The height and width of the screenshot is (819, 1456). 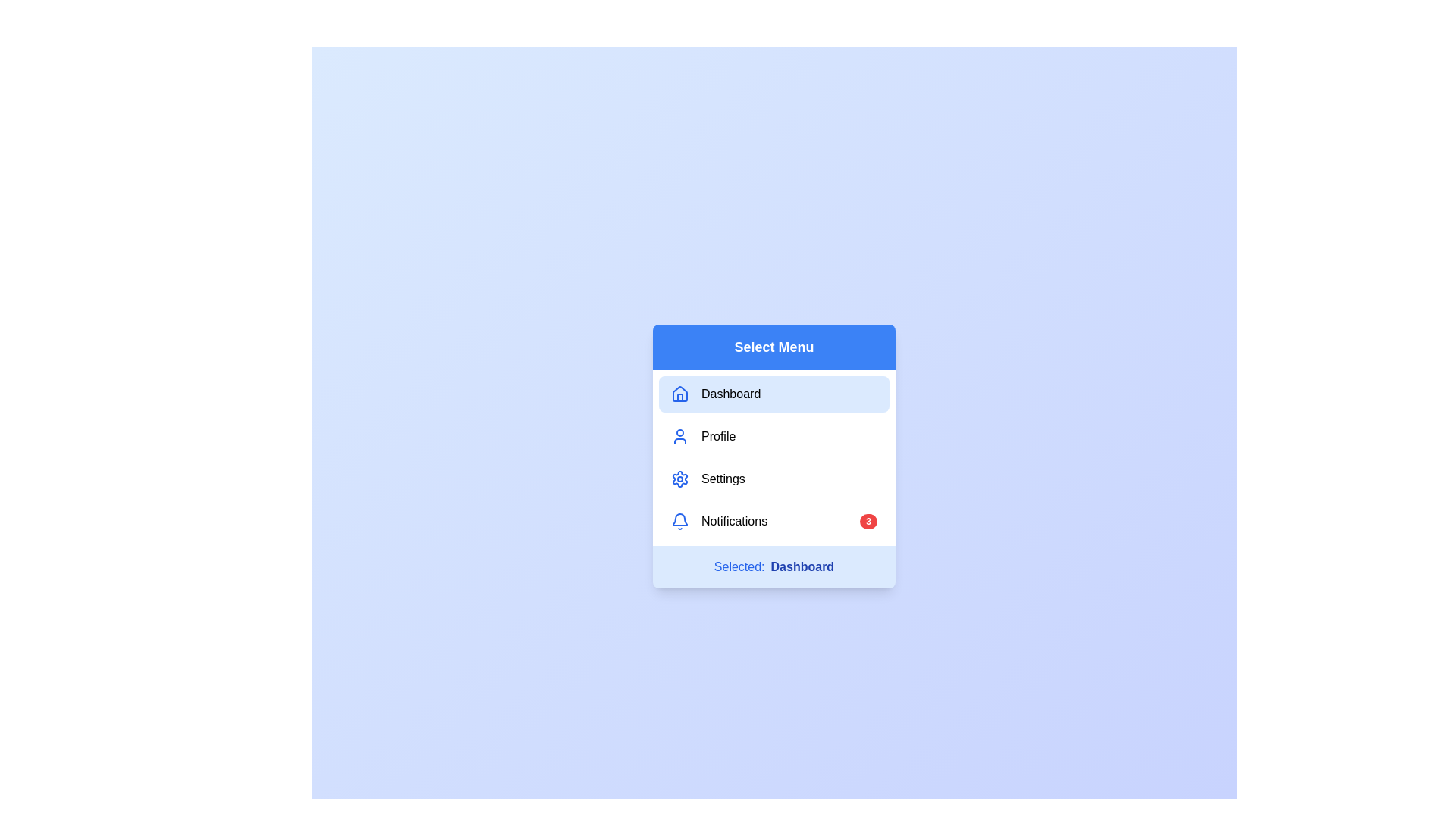 I want to click on the menu item Settings from the list, so click(x=774, y=479).